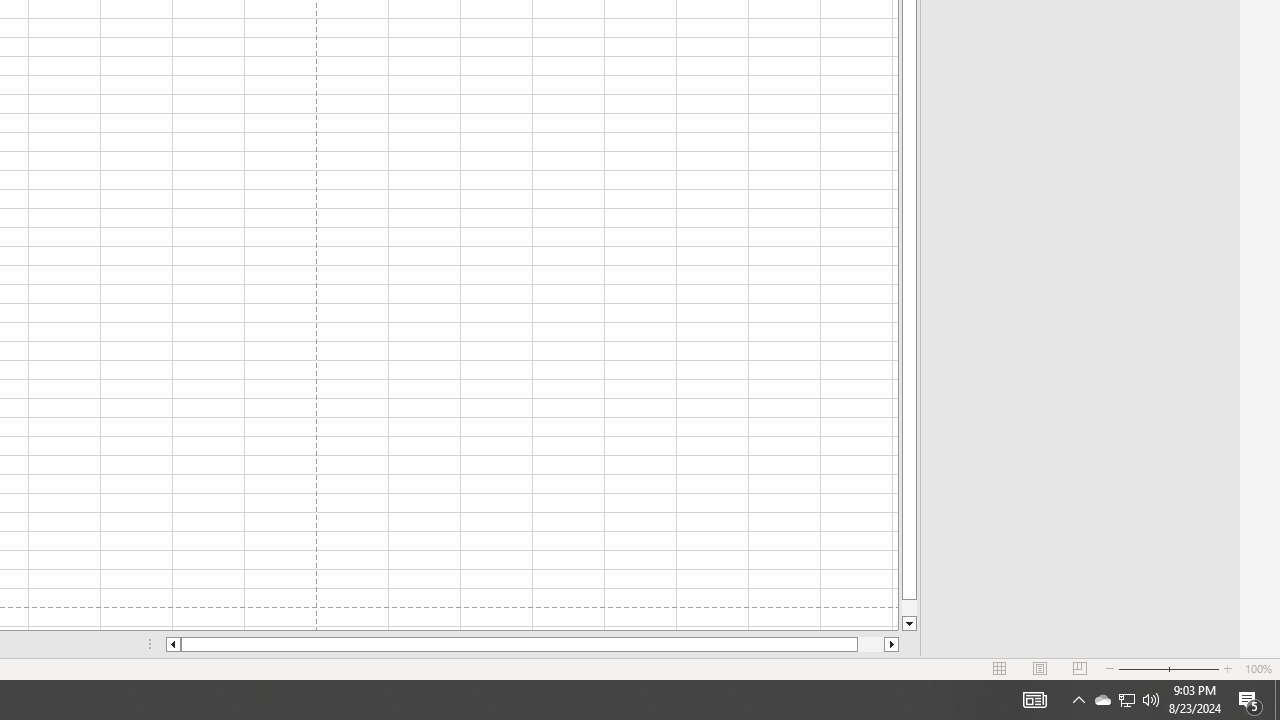  What do you see at coordinates (1078, 669) in the screenshot?
I see `'Page Break Preview'` at bounding box center [1078, 669].